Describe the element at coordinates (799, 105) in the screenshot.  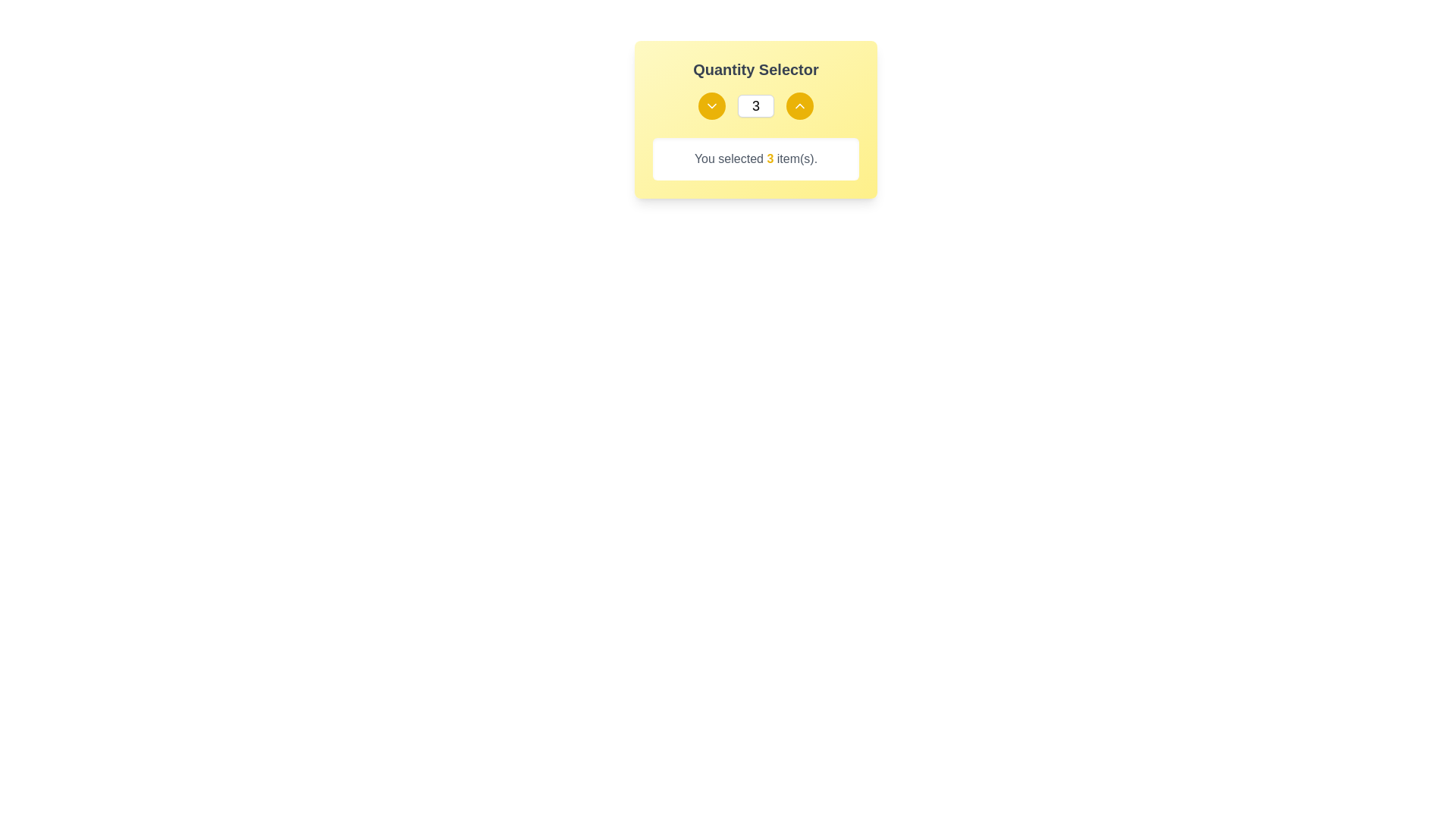
I see `the increment button located to the right of the numeric input box marked '3', which is directly below the label 'Quantity Selector'` at that location.